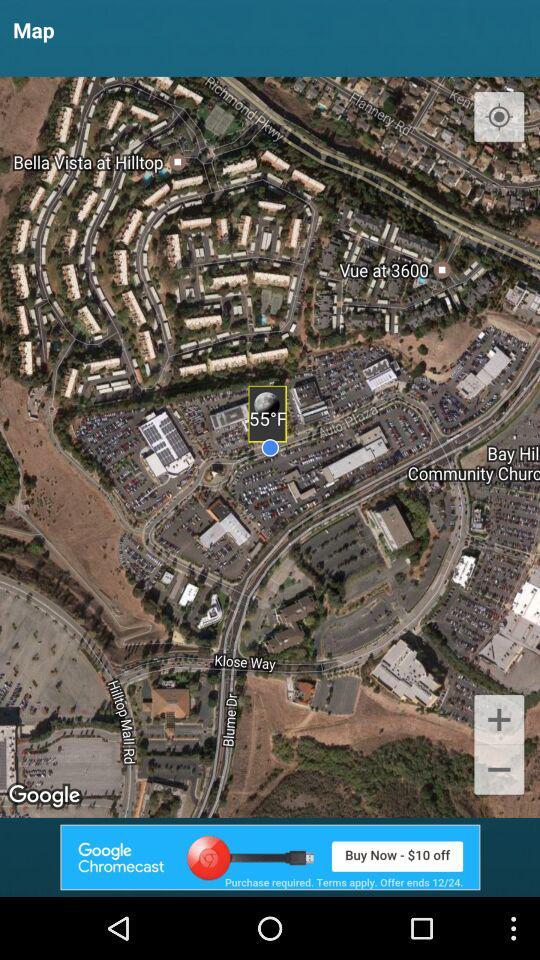 The image size is (540, 960). I want to click on for add, so click(270, 856).